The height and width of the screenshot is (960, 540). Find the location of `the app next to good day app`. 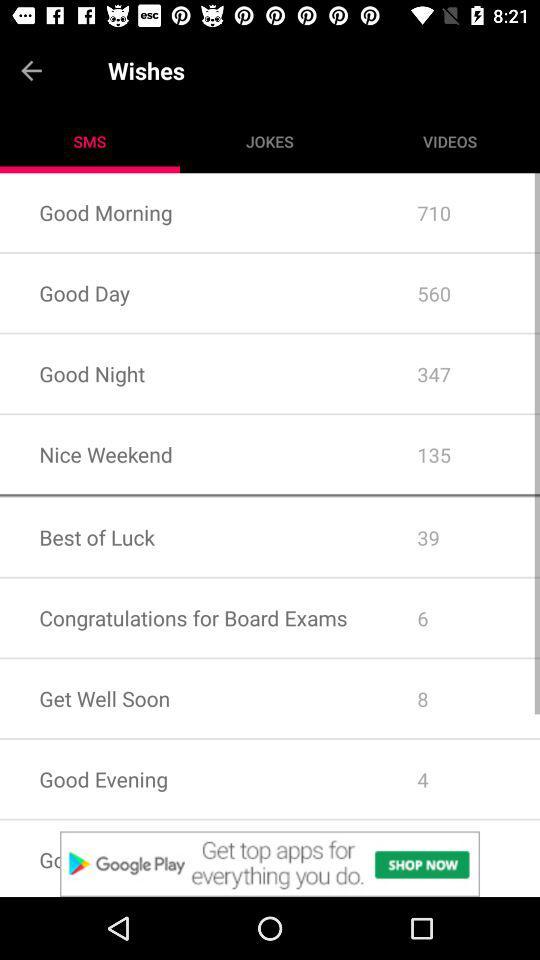

the app next to good day app is located at coordinates (459, 373).